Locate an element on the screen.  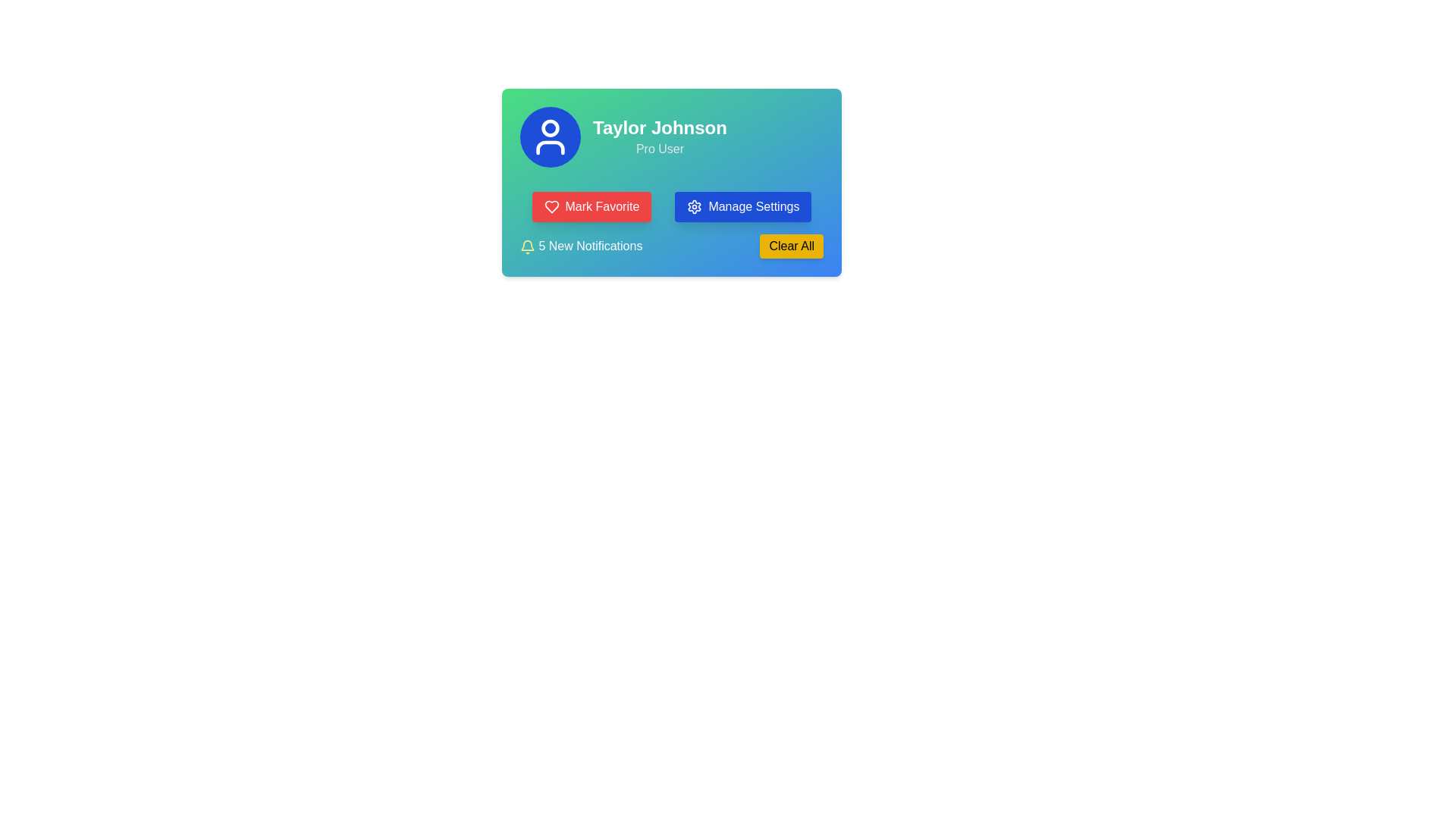
the text label displaying the name 'Taylor Johnson' at the top center of the user profile card interface is located at coordinates (660, 127).